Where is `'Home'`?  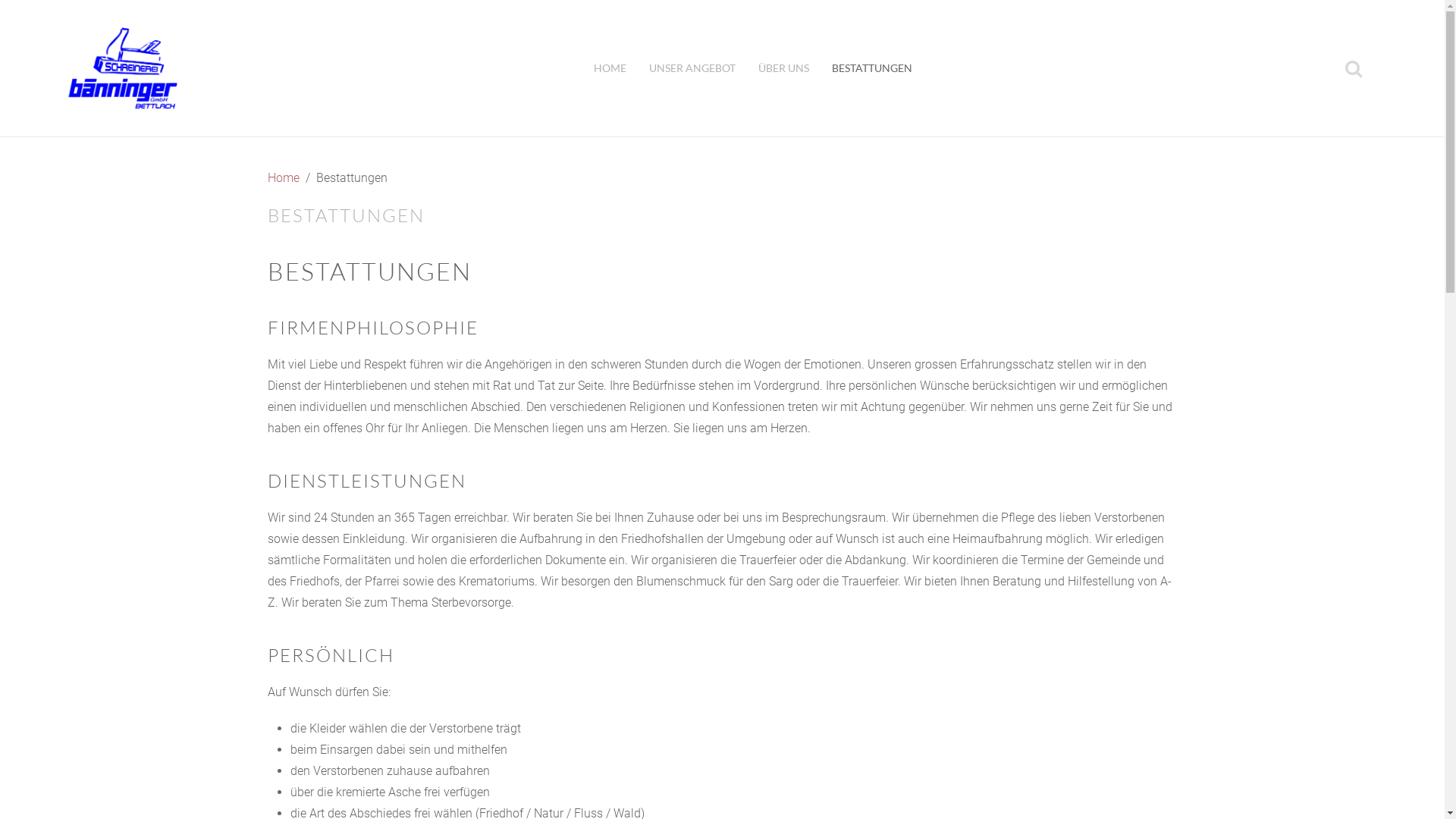 'Home' is located at coordinates (283, 177).